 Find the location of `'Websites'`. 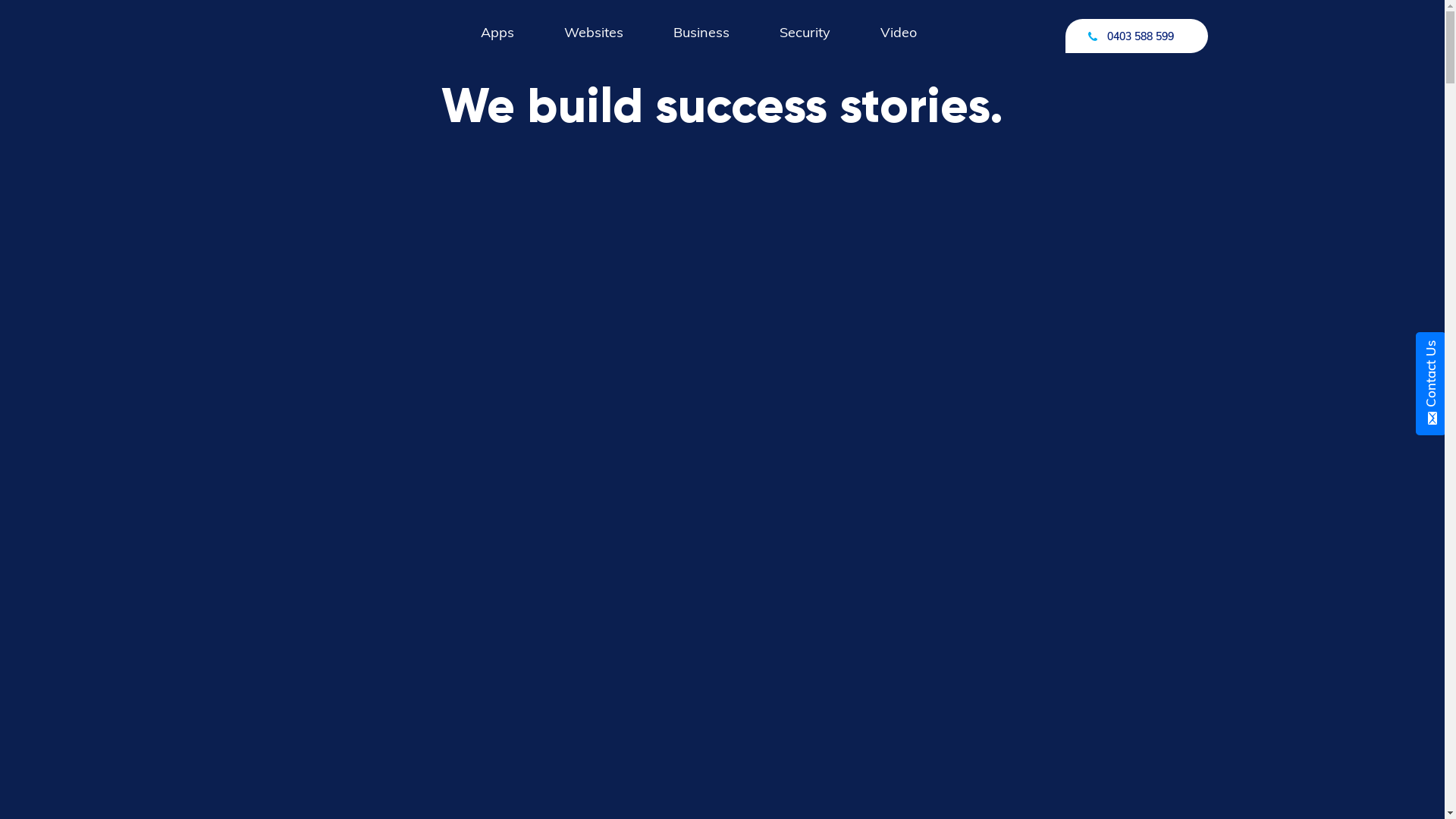

'Websites' is located at coordinates (563, 44).